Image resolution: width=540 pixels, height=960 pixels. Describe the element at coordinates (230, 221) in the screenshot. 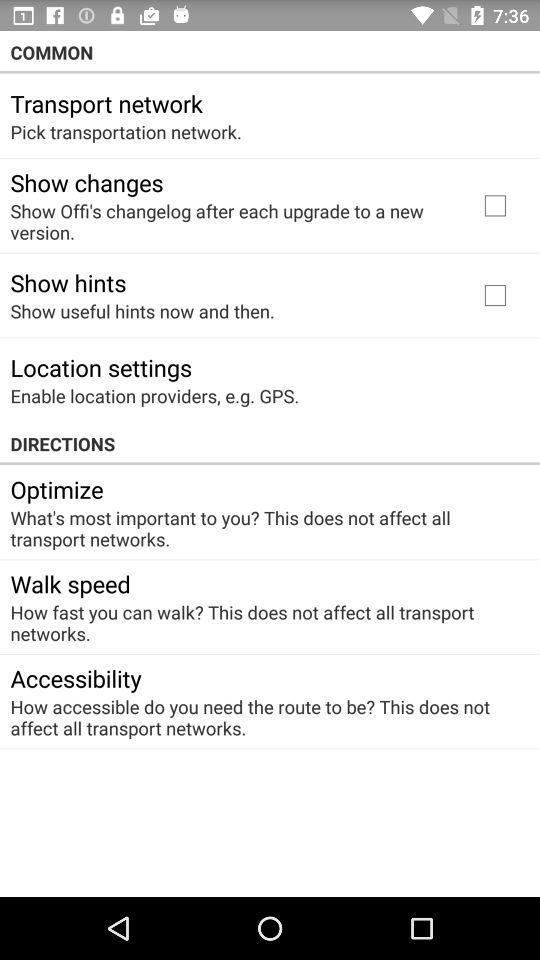

I see `icon above the show hints` at that location.